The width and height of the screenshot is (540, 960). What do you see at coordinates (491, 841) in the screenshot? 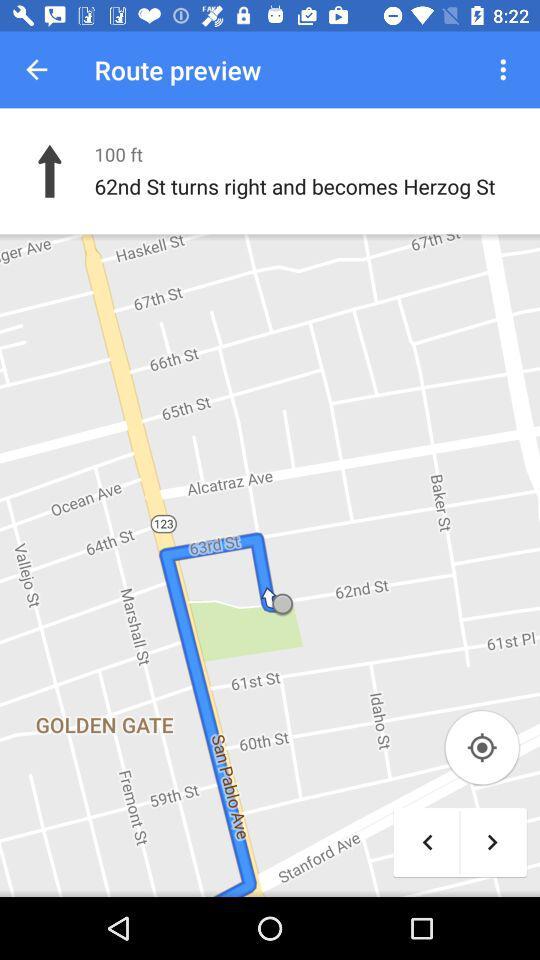
I see `the arrow_forward icon` at bounding box center [491, 841].